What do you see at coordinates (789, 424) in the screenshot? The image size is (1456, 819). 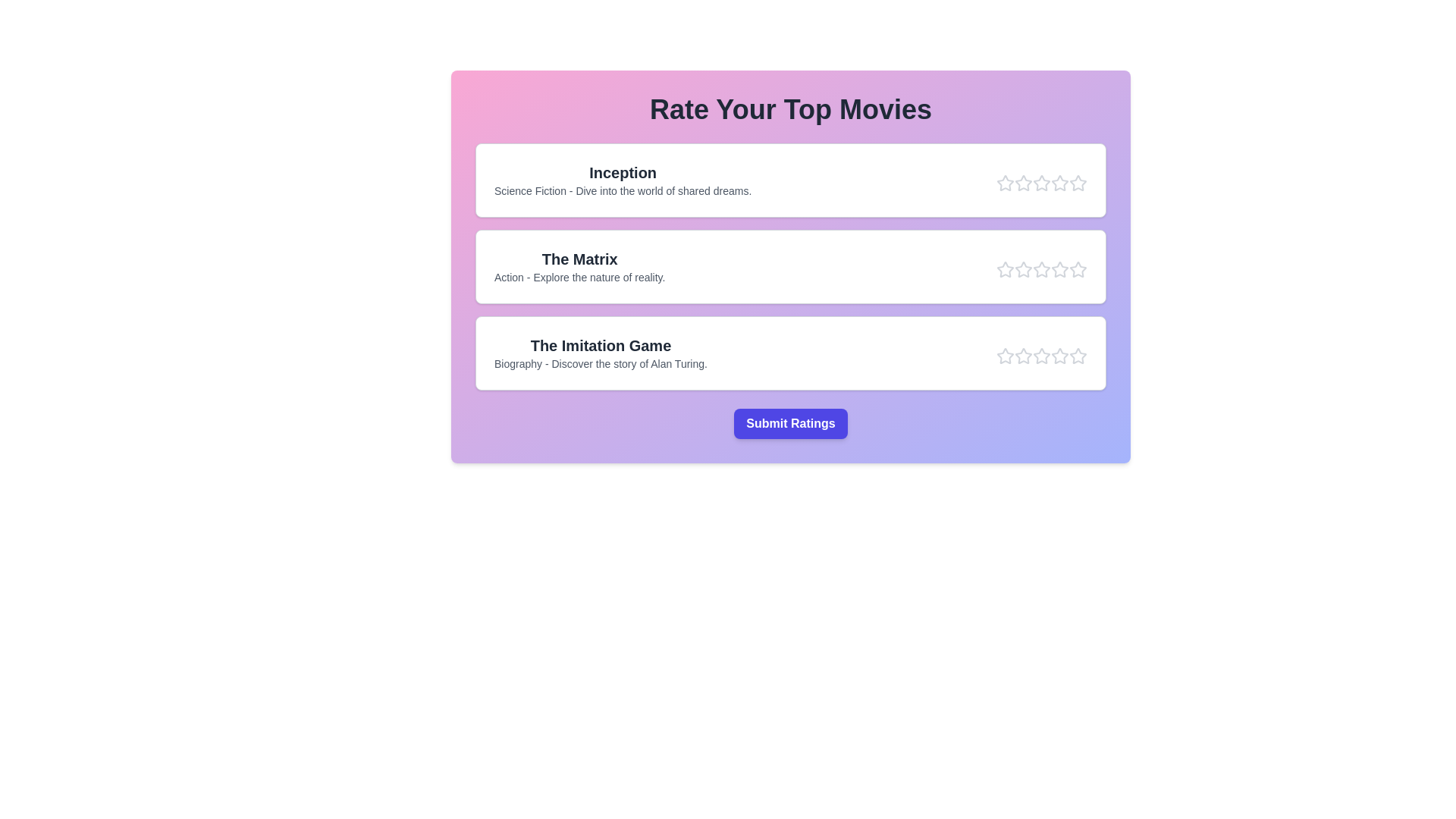 I see `the 'Submit Ratings' button` at bounding box center [789, 424].